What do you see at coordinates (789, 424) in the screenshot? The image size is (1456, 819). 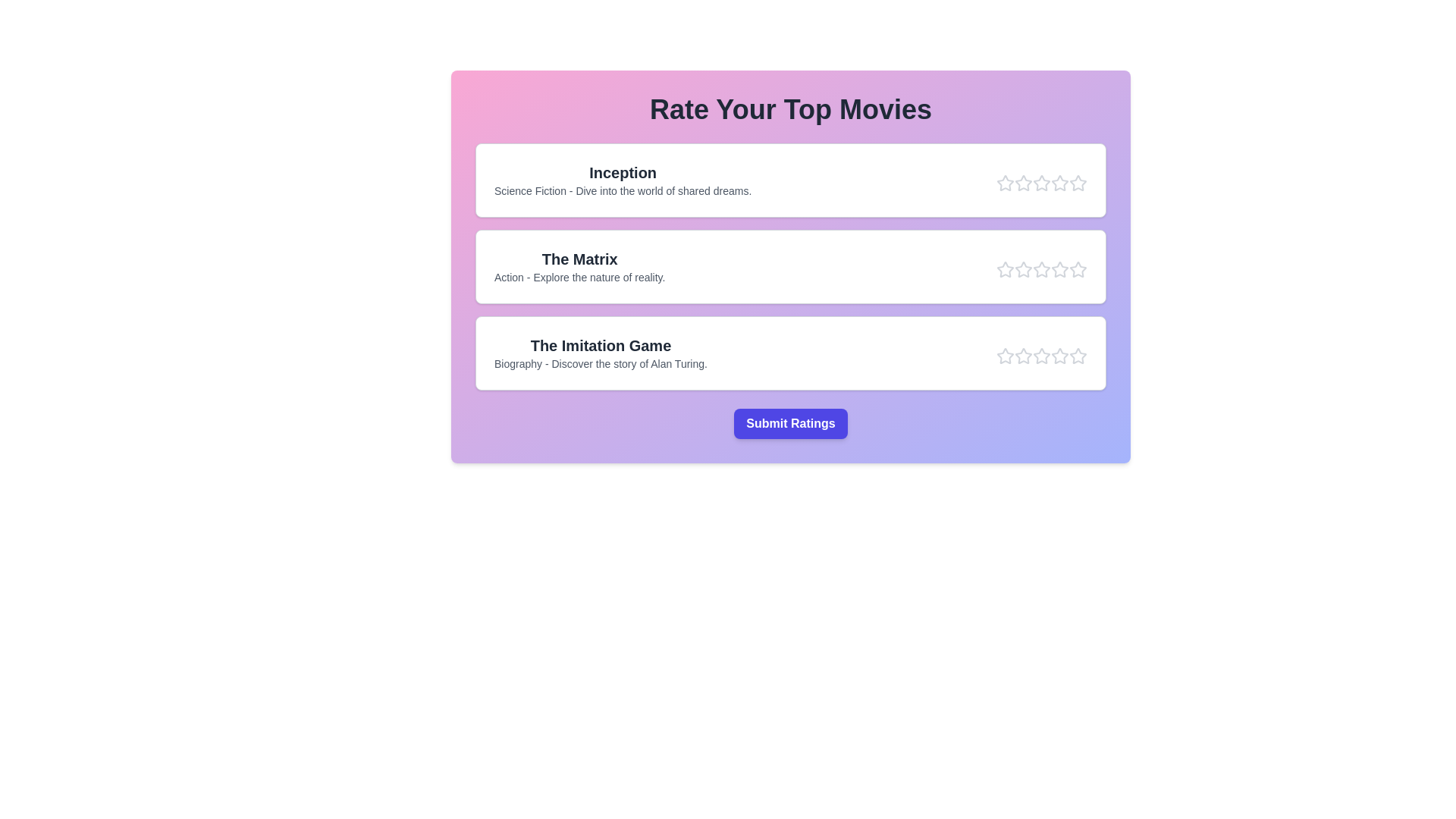 I see `the 'Submit Ratings' button` at bounding box center [789, 424].